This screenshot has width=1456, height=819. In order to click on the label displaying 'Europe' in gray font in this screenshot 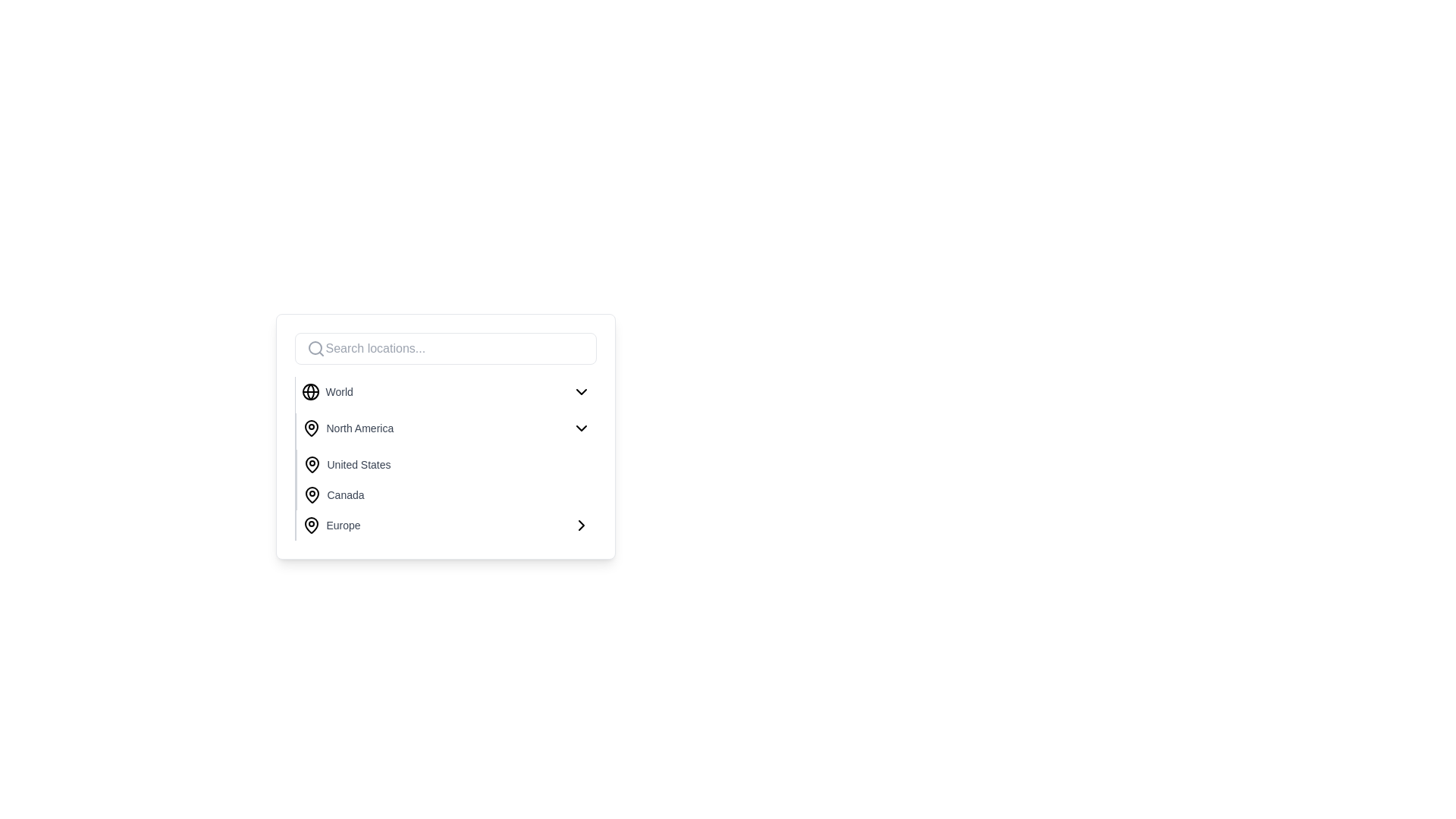, I will do `click(343, 525)`.